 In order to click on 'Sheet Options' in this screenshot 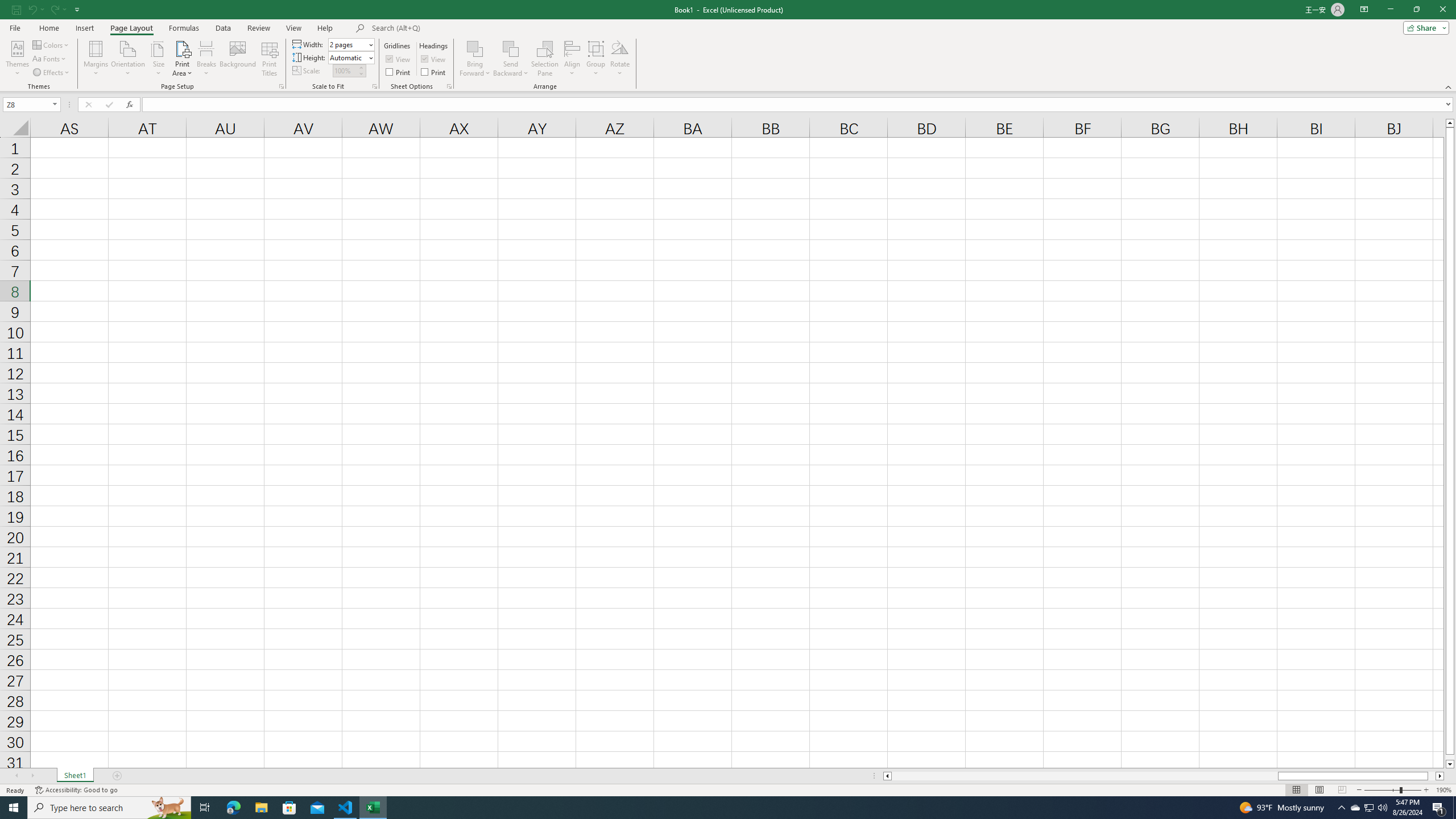, I will do `click(448, 85)`.